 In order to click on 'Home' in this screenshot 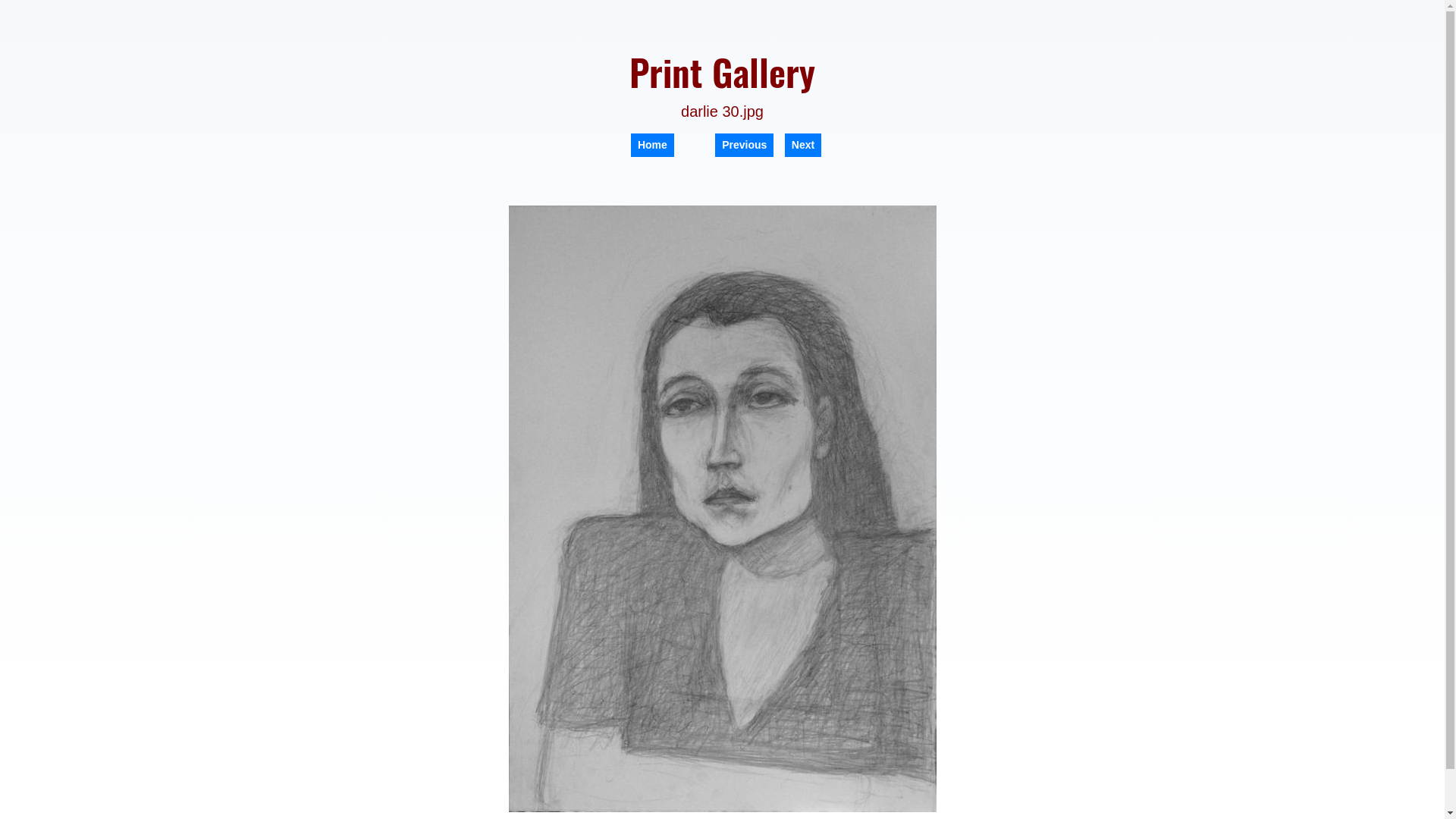, I will do `click(652, 145)`.